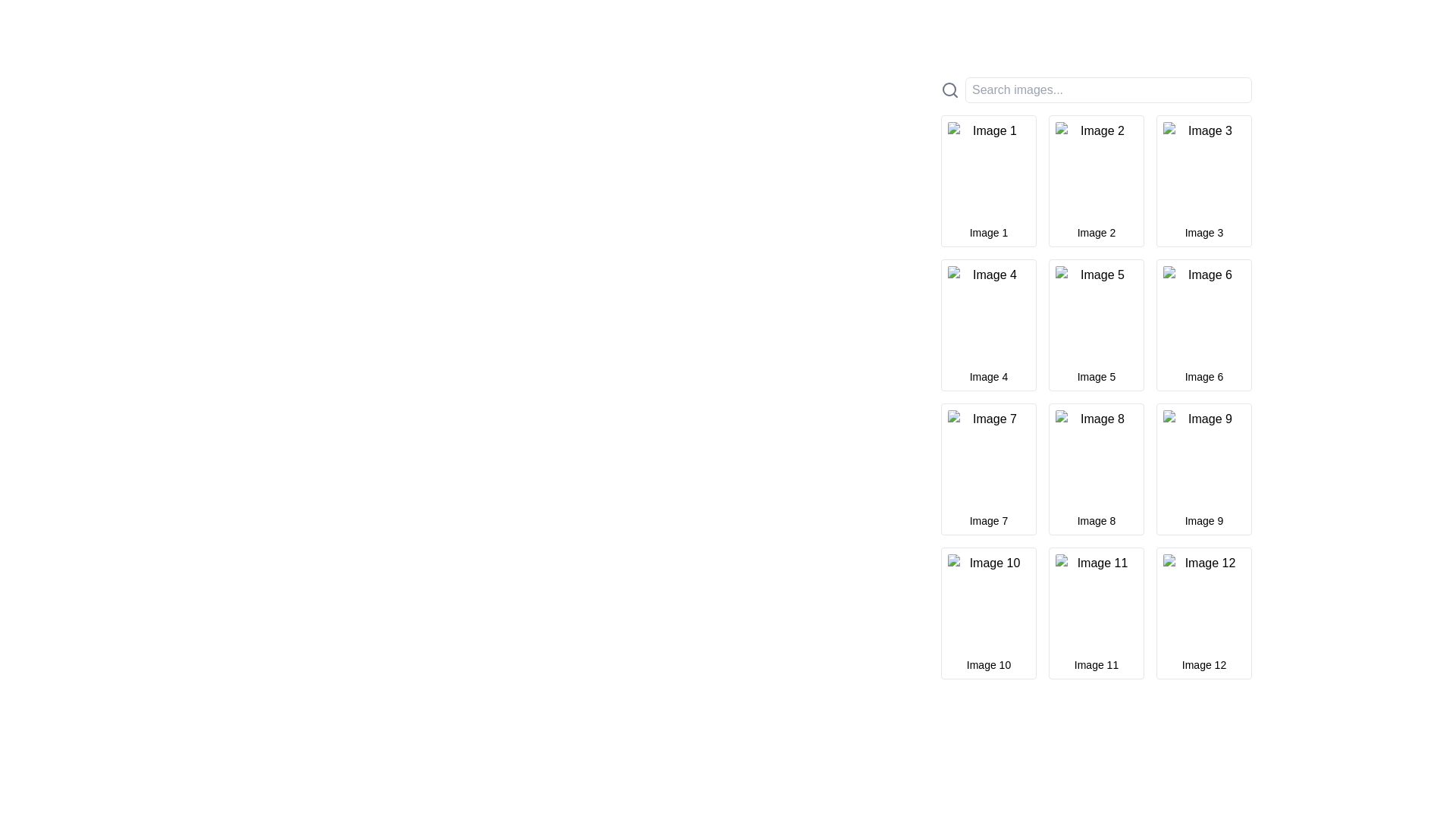  I want to click on the Search Bar input field located at the top of the content area to focus on it for typing queries, so click(1096, 90).